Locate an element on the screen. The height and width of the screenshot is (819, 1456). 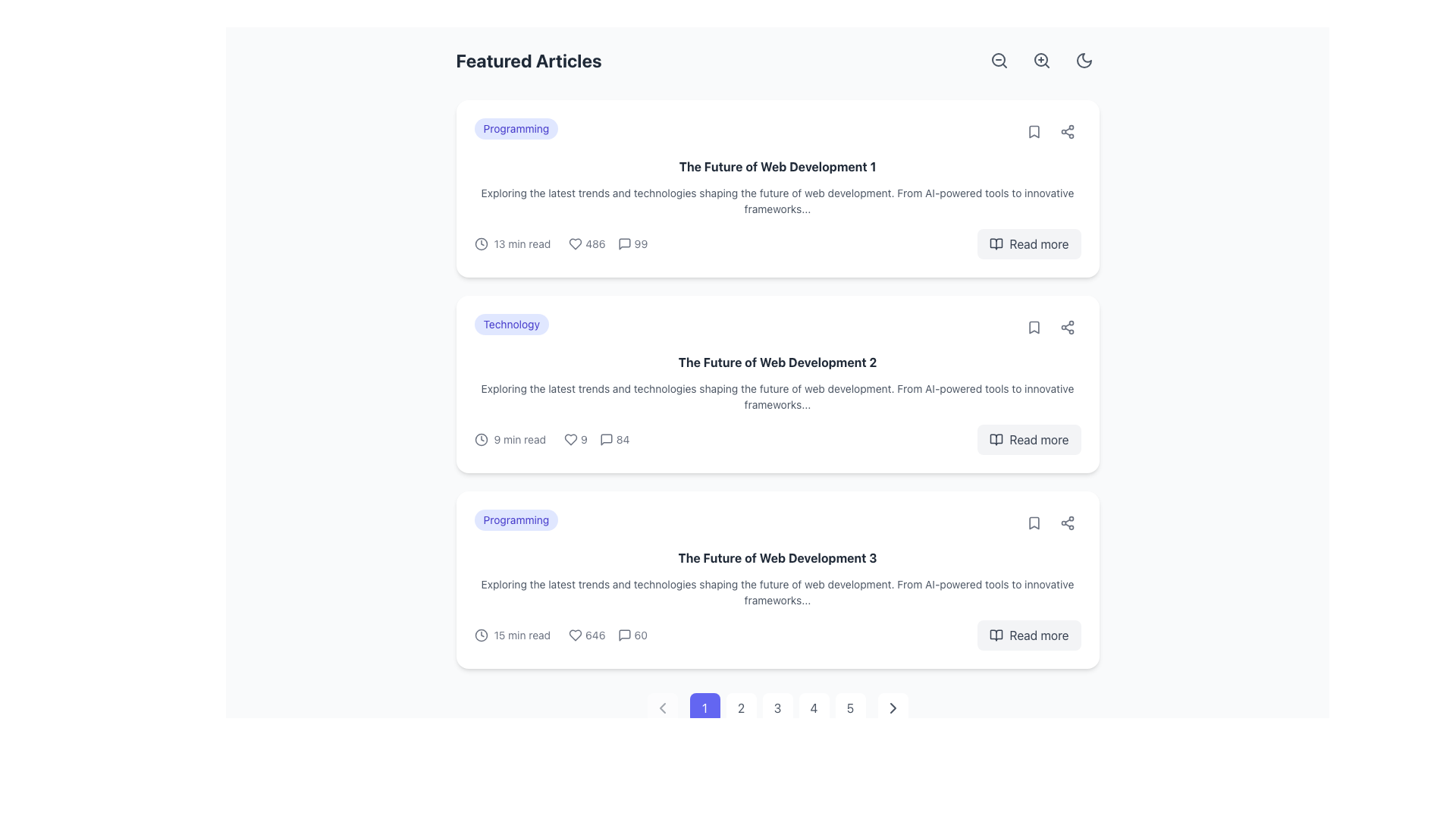
the bookmark-shaped icon located at the top-right of the article preview section is located at coordinates (1033, 130).